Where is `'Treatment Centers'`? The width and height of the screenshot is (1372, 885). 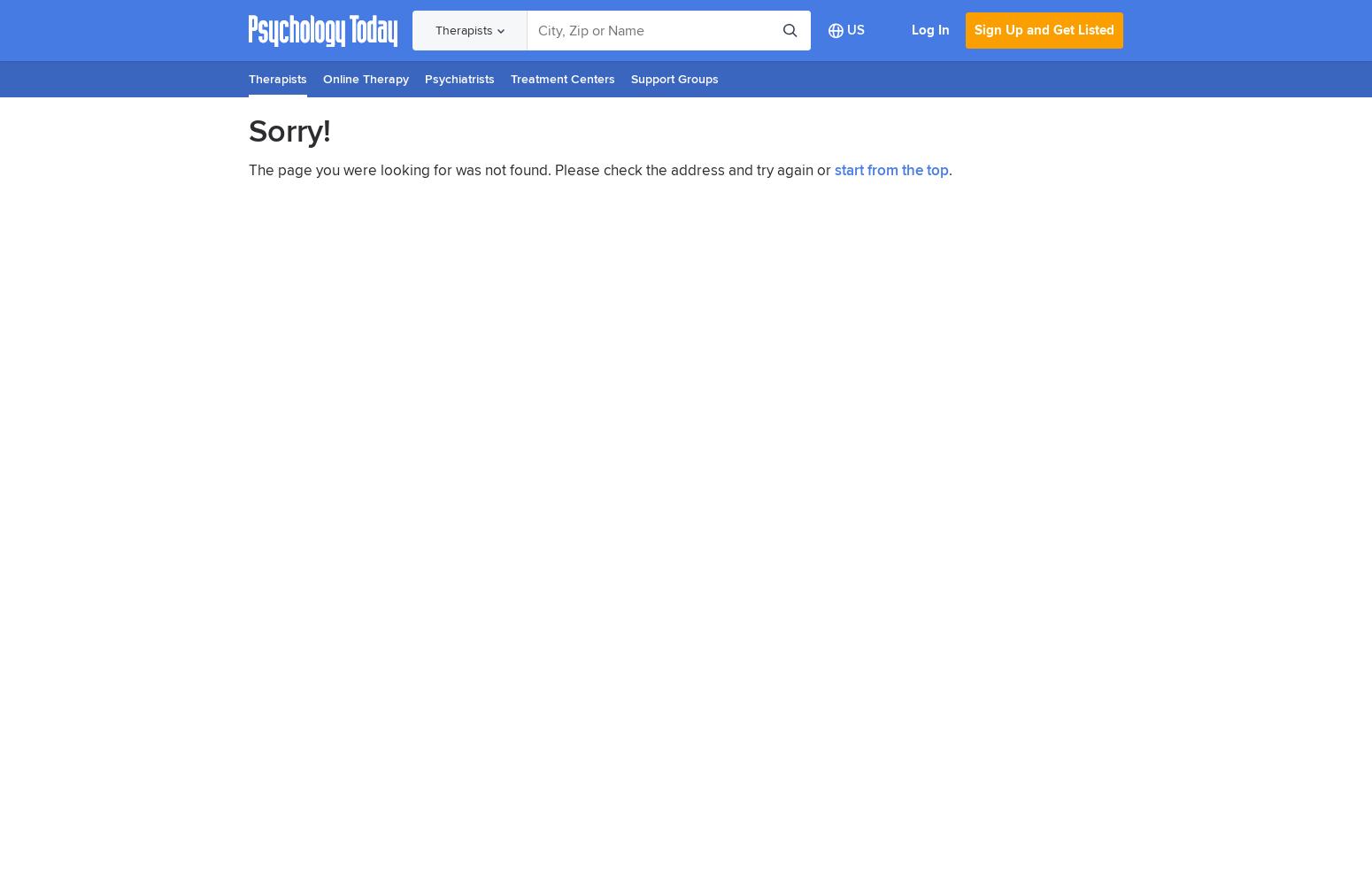
'Treatment Centers' is located at coordinates (561, 78).